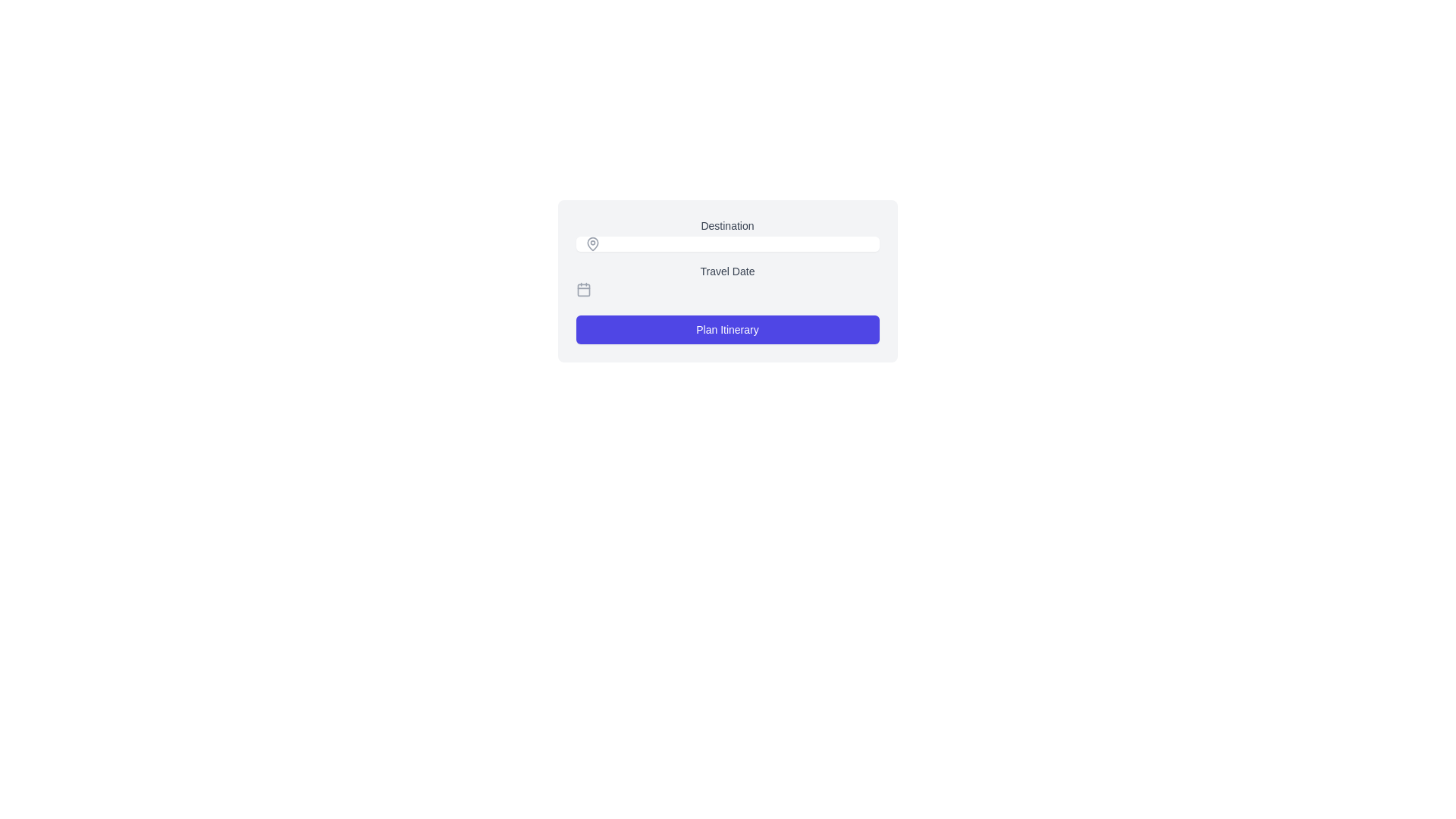  Describe the element at coordinates (587, 243) in the screenshot. I see `the gray map pin SVG icon located inside the input field labeled 'Destination', positioned at the leftmost side` at that location.